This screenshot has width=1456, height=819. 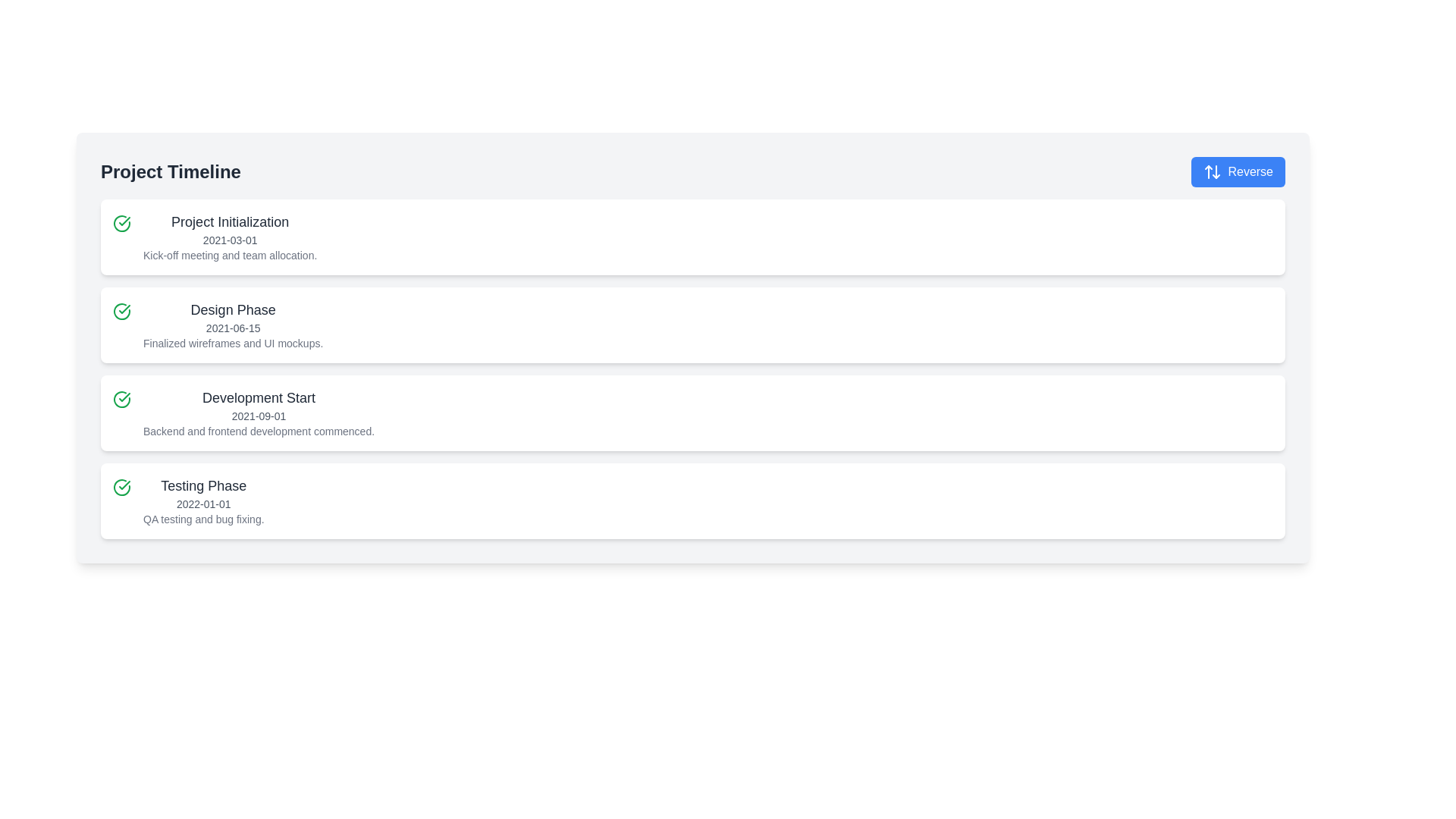 I want to click on text content of the fourth timeline entry labeled 'Testing Phase', which includes the phase name, start date, and description, located within a white, rounded rectangle on the left side of the interface, so click(x=202, y=500).